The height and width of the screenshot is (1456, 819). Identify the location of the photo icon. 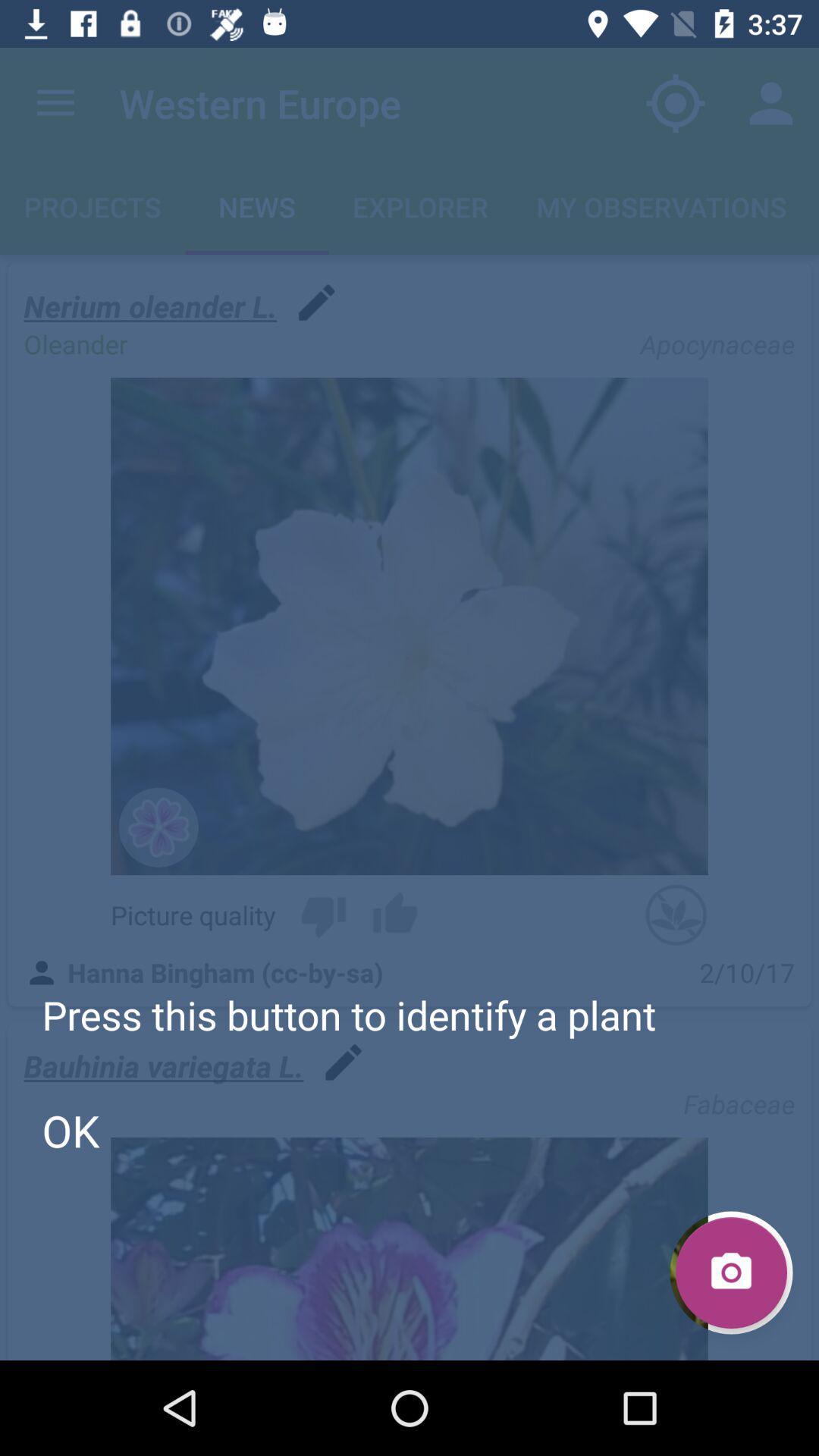
(730, 1272).